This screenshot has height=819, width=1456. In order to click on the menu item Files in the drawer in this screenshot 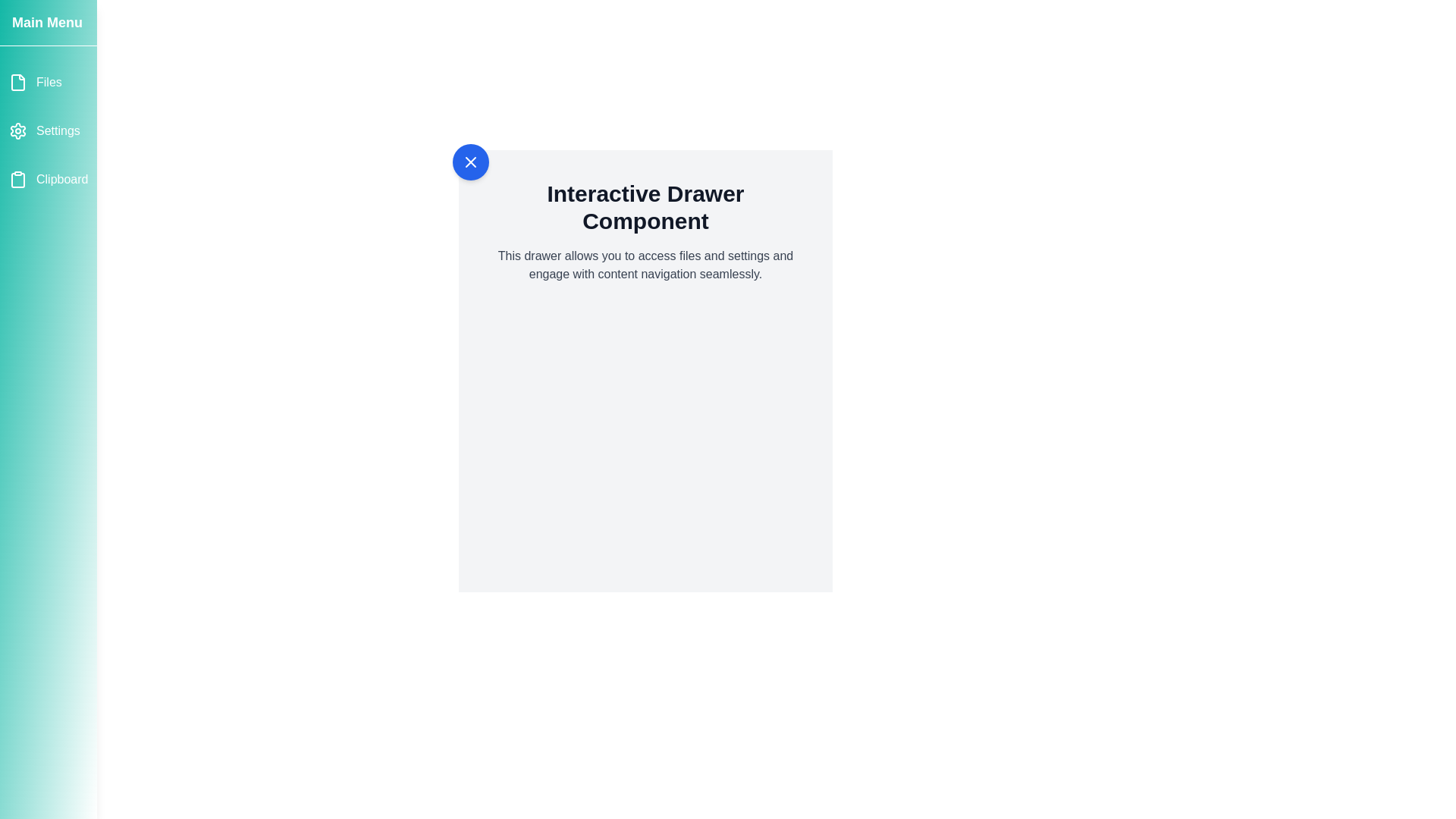, I will do `click(48, 82)`.